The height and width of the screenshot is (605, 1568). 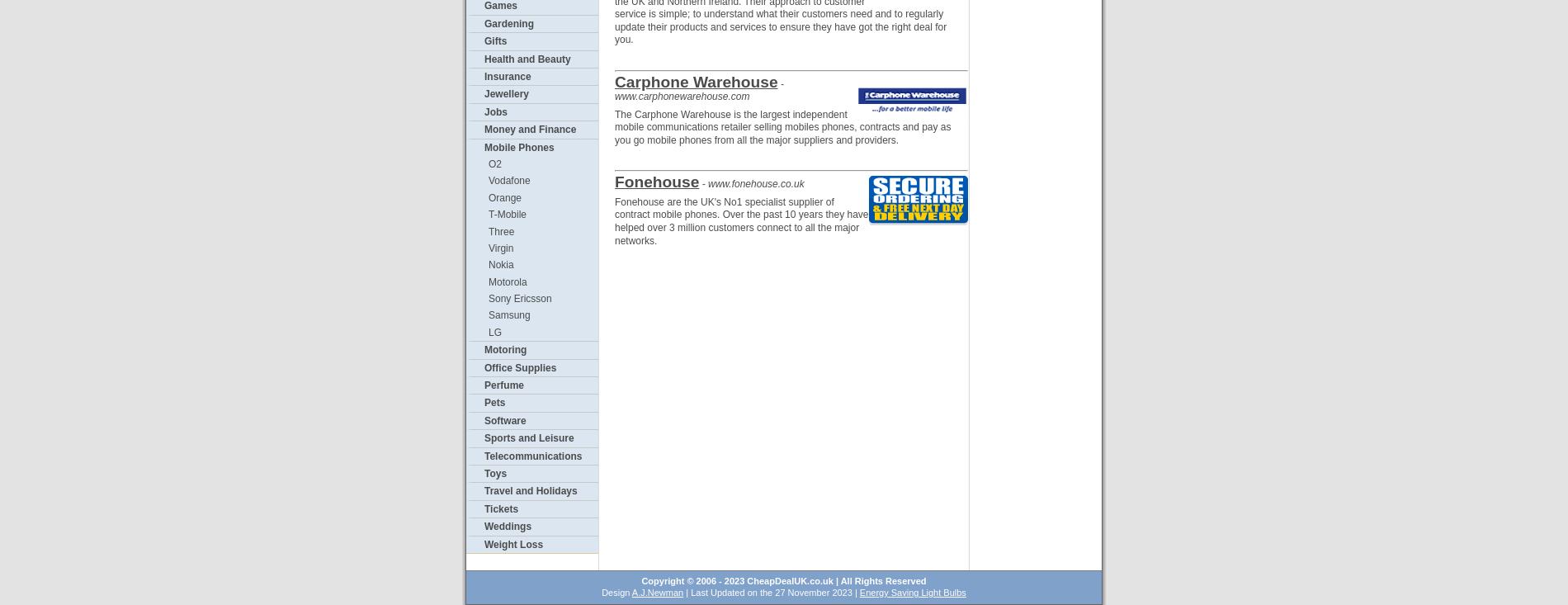 I want to click on 'Tickets', so click(x=501, y=508).